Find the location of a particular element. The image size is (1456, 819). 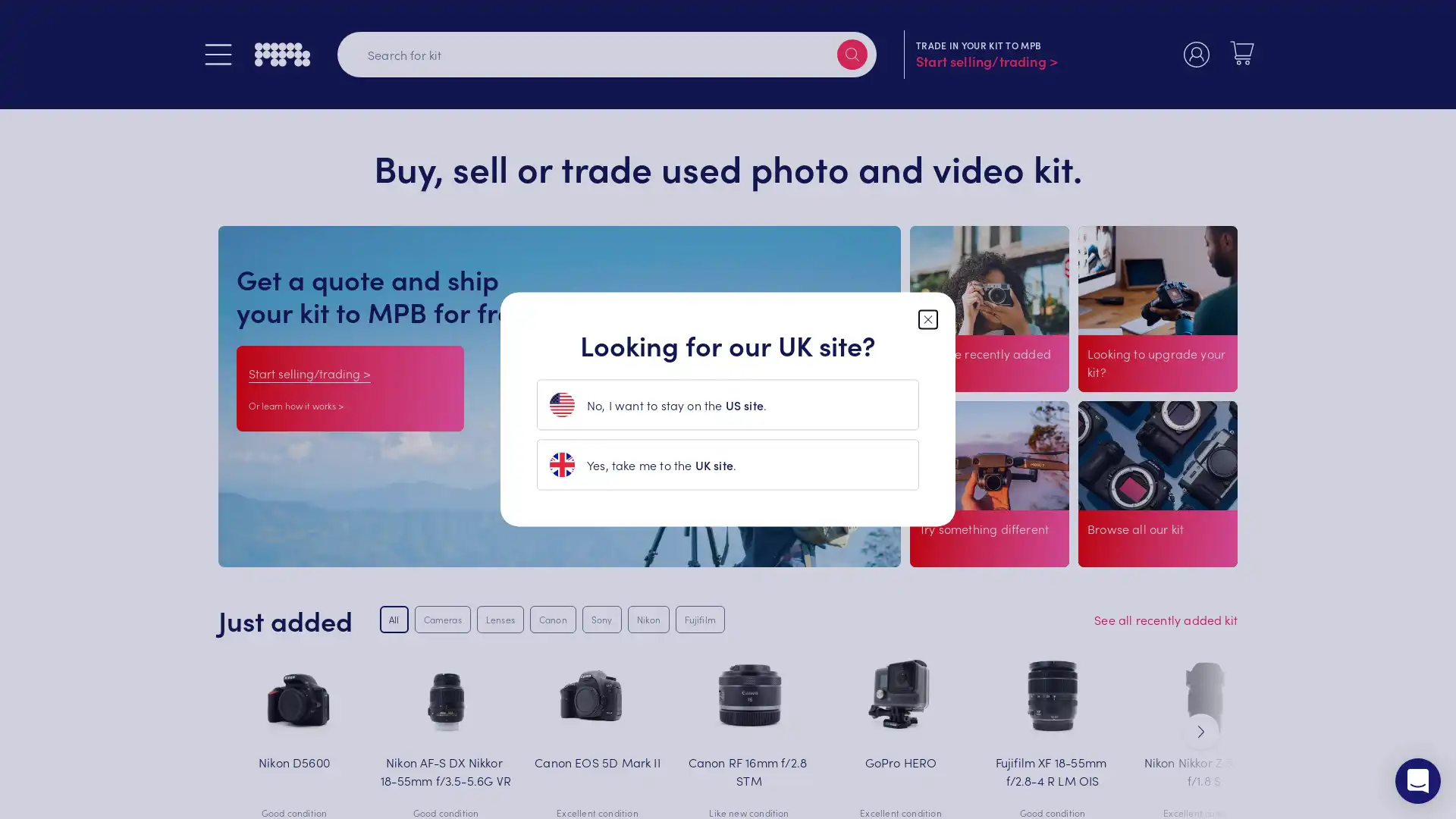

Close modal is located at coordinates (927, 318).